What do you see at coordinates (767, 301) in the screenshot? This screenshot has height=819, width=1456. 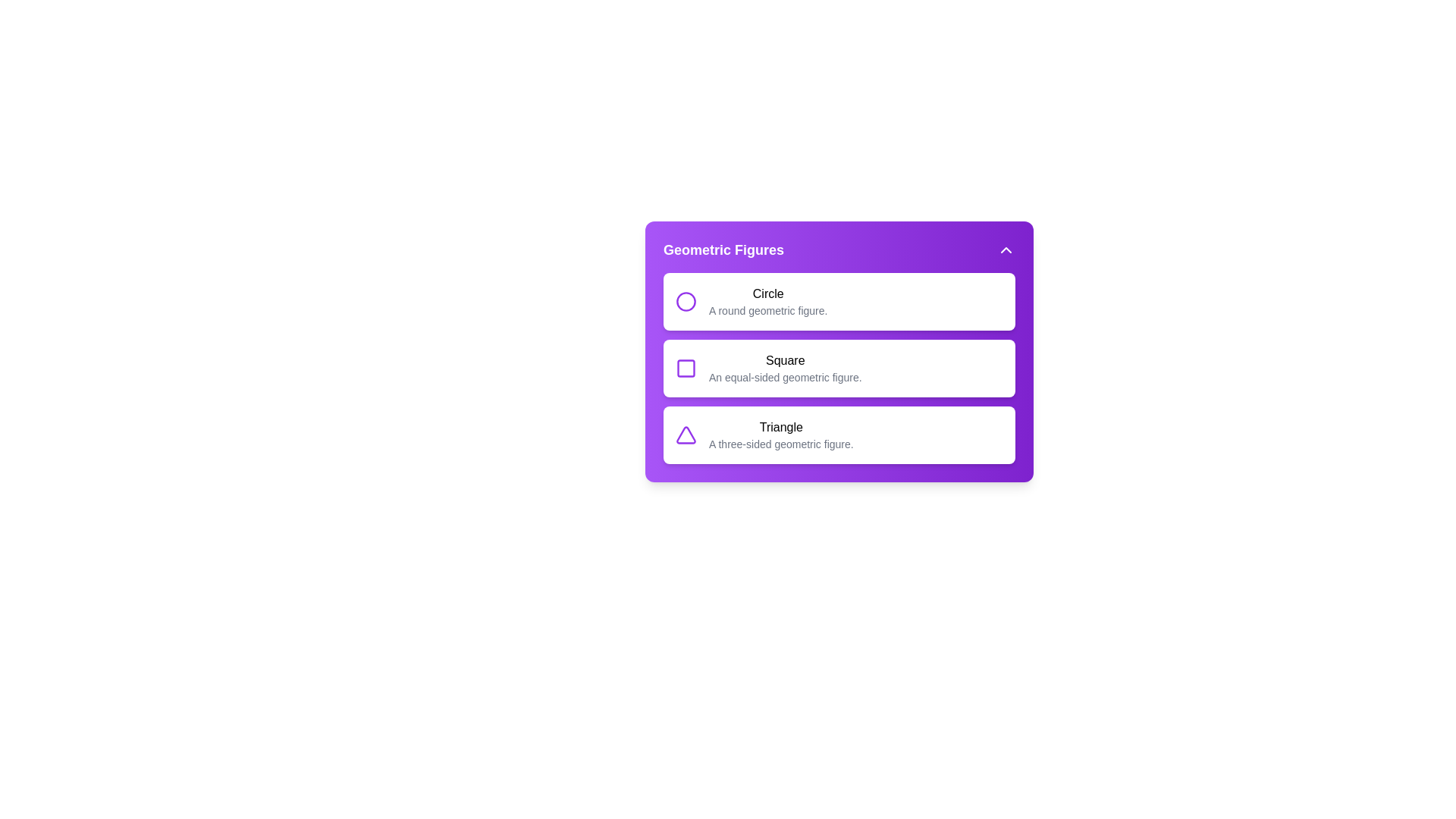 I see `the Circle item in the geometric menu` at bounding box center [767, 301].